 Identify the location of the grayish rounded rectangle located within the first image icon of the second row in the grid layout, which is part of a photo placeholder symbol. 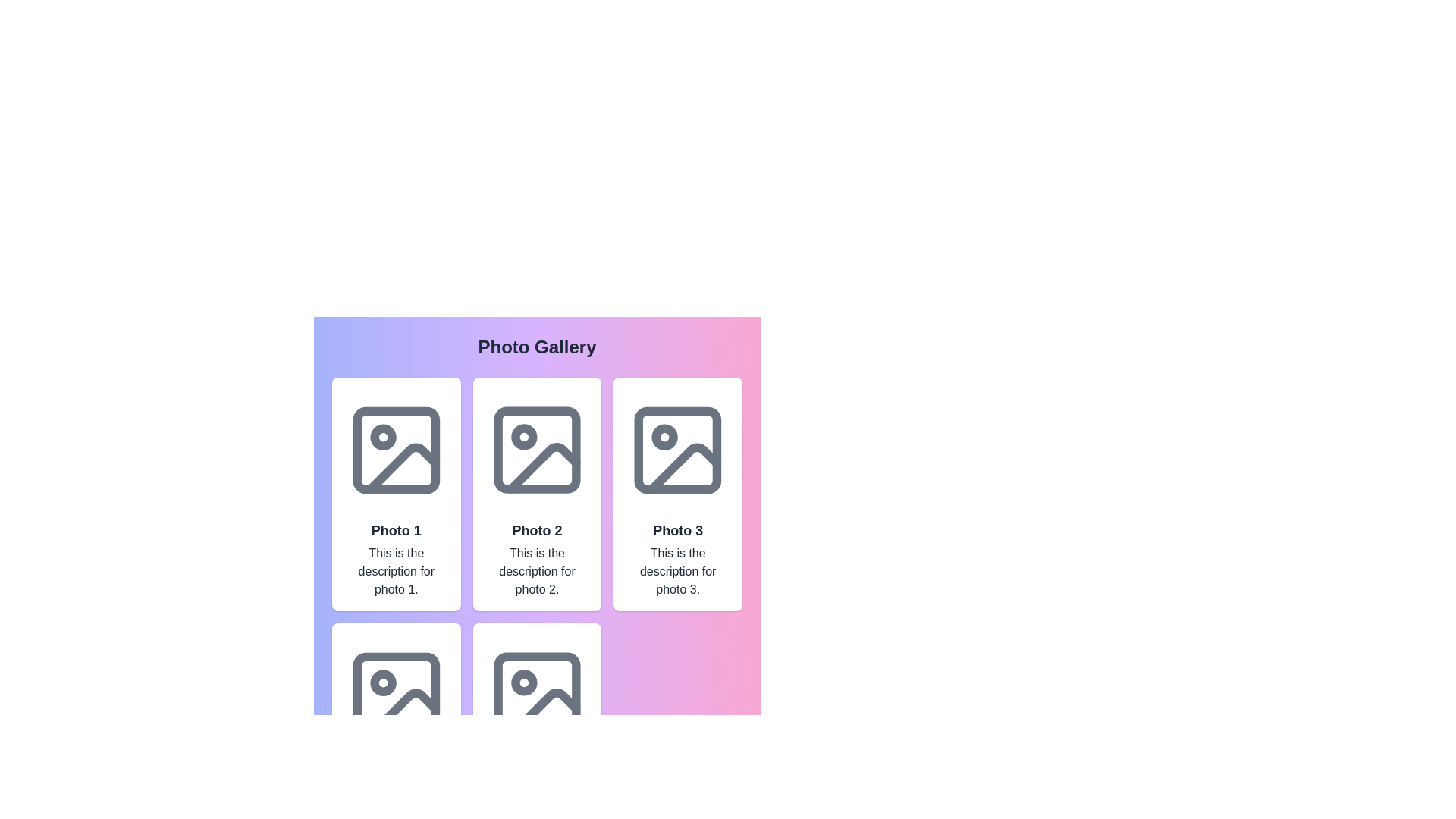
(396, 696).